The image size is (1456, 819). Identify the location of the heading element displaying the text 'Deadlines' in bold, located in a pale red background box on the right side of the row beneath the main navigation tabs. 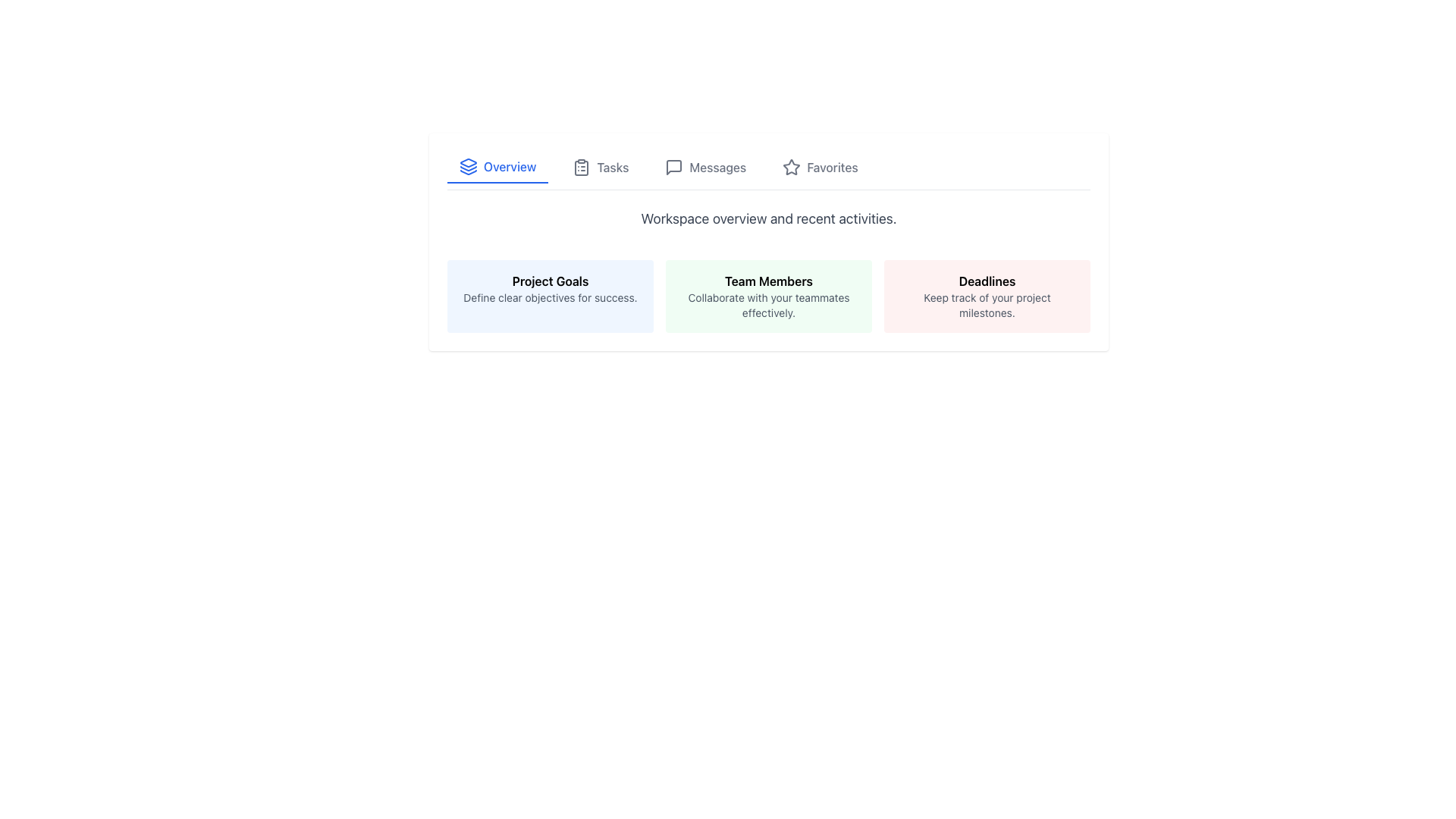
(987, 281).